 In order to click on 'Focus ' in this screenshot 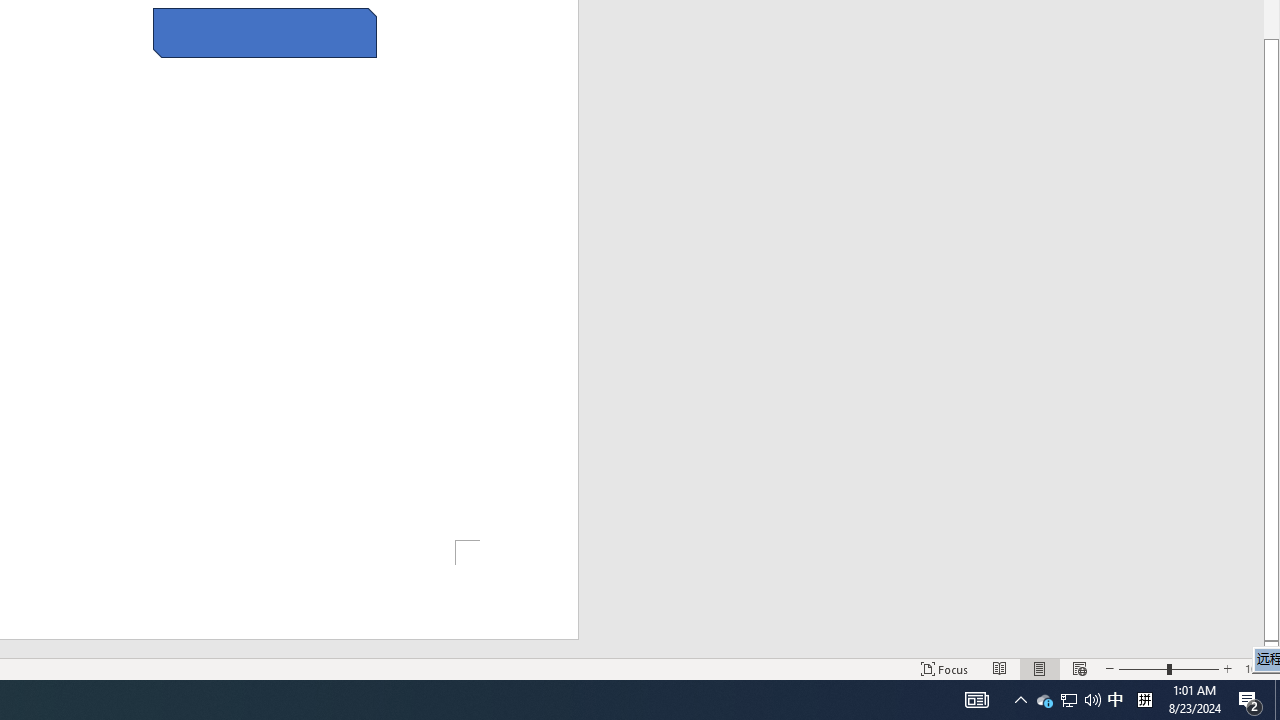, I will do `click(943, 669)`.